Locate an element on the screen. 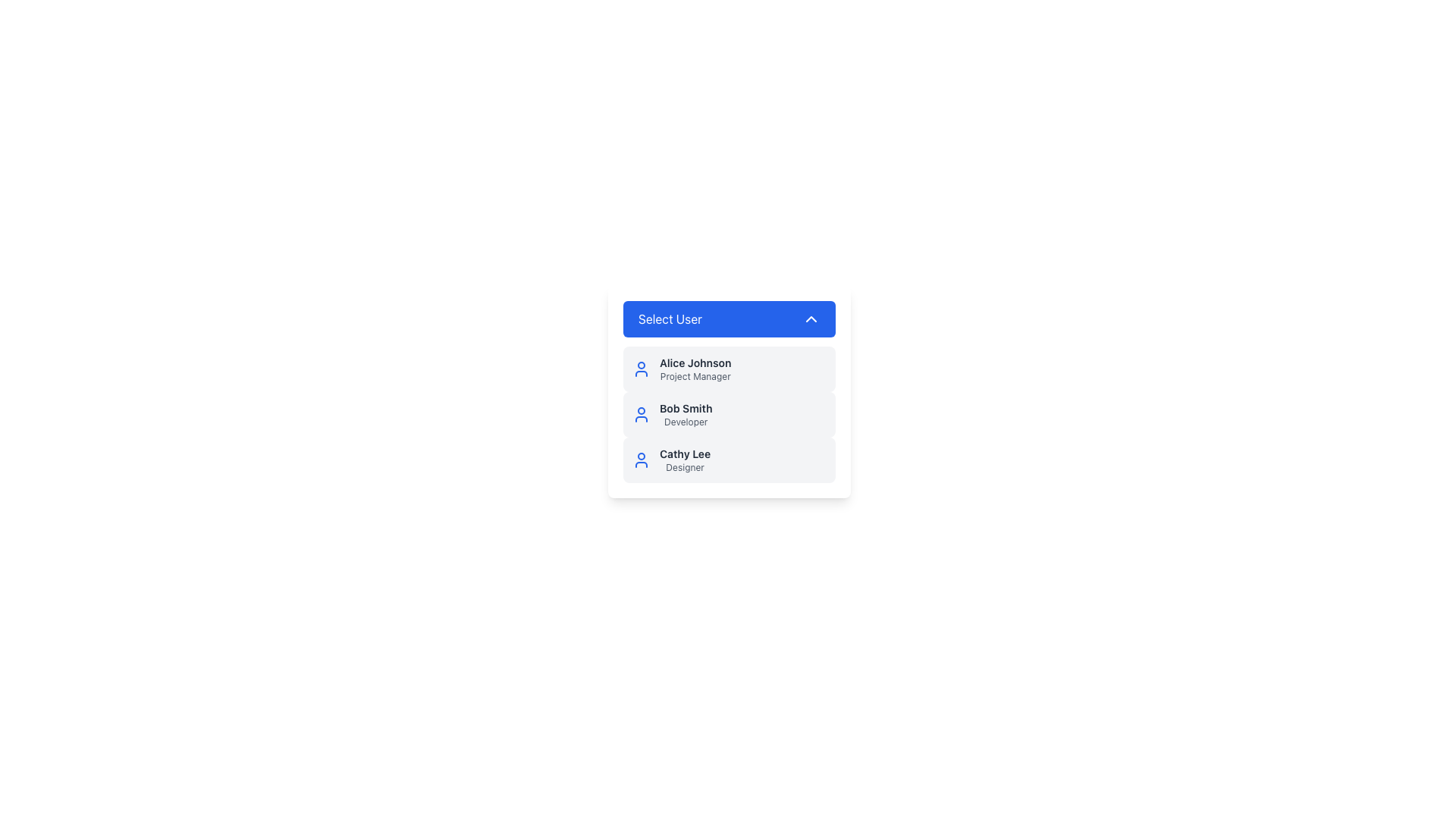  the third user profile entry in the dropdown titled 'Select User' is located at coordinates (729, 459).